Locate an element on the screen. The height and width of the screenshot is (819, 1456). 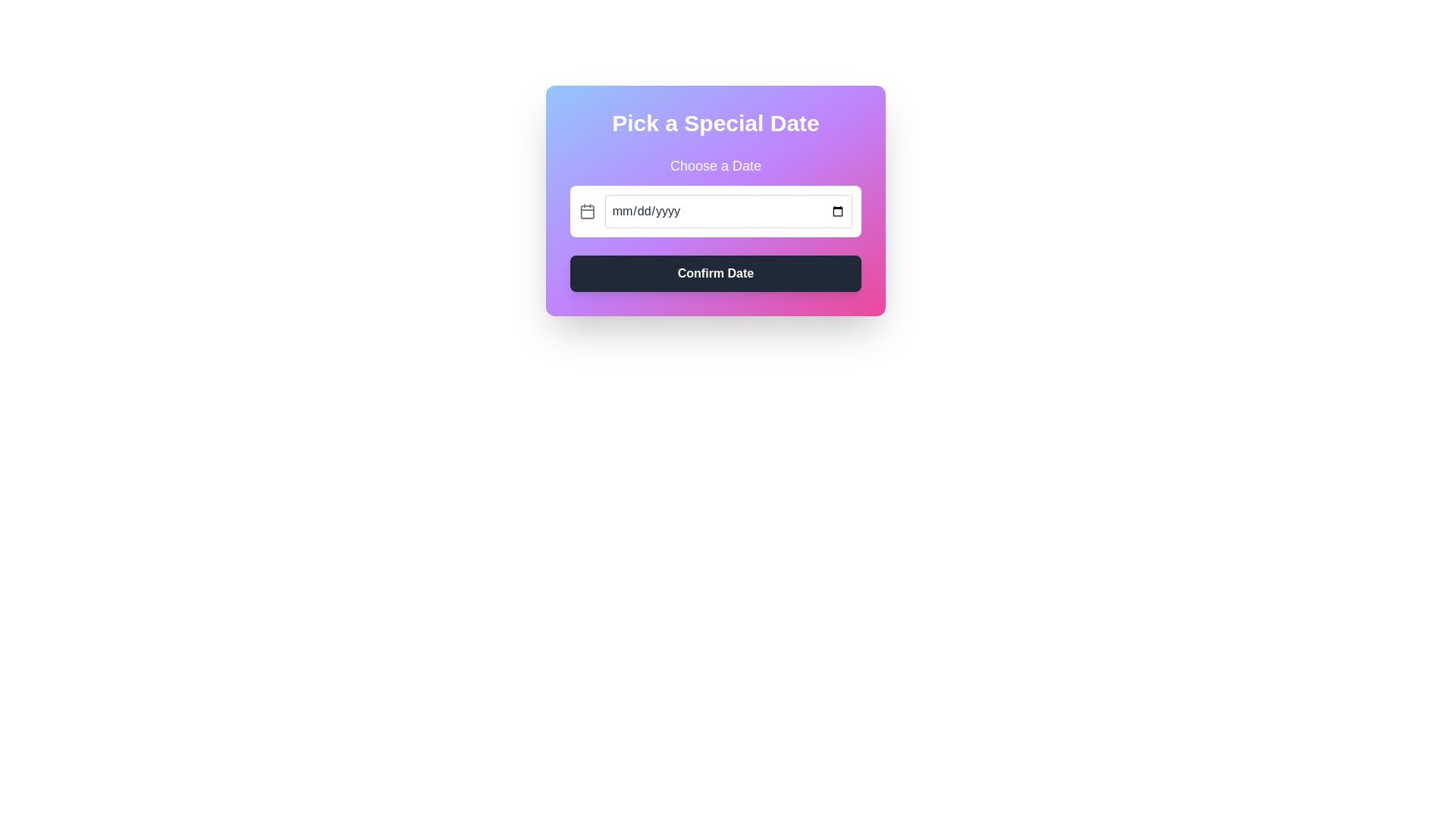
the text label that serves as a prompt for the date input field, located below the header 'Pick a Special Date' and above the date input field is located at coordinates (715, 166).